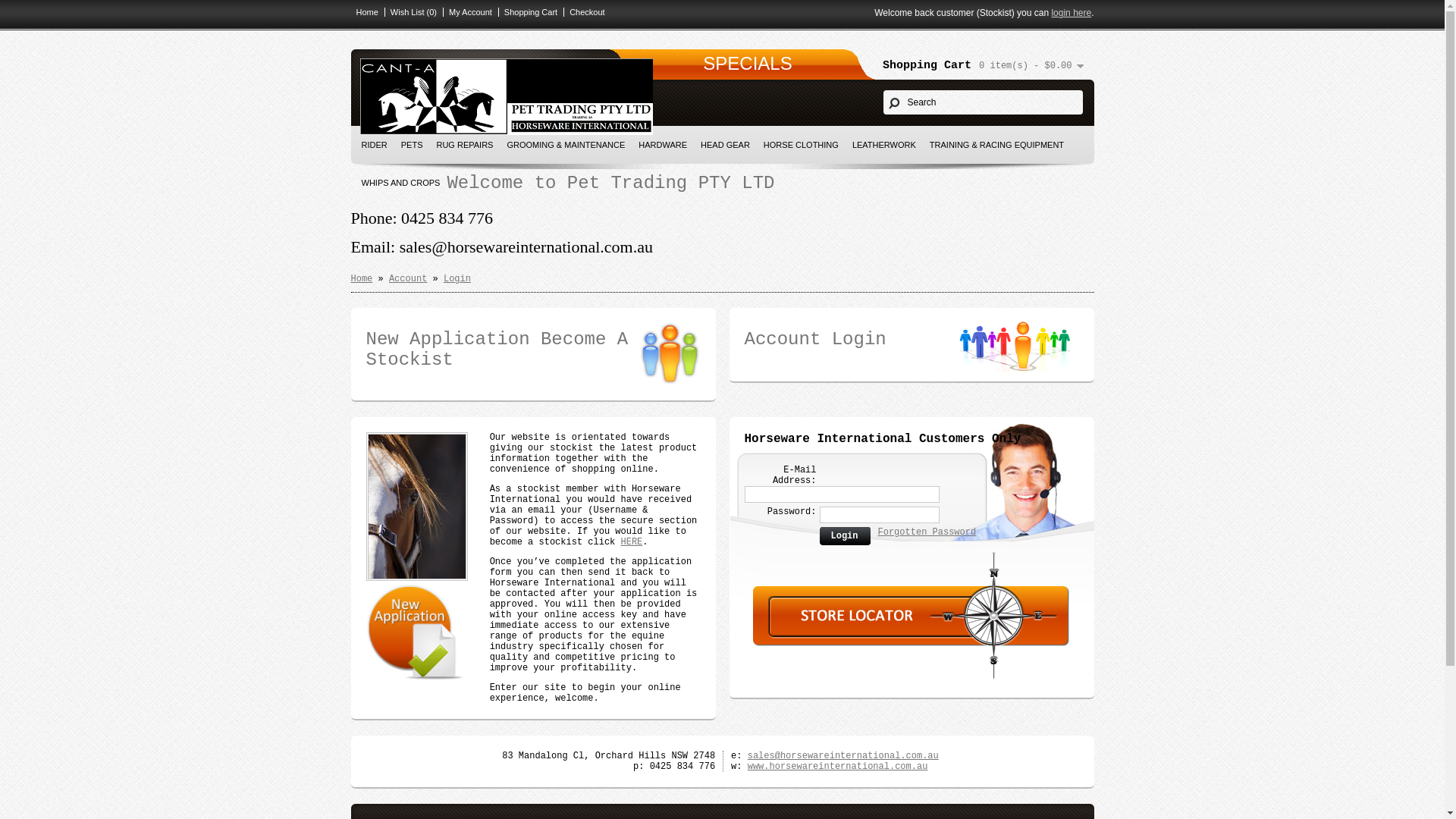  What do you see at coordinates (1031, 65) in the screenshot?
I see `'0 item(s) - $0.00'` at bounding box center [1031, 65].